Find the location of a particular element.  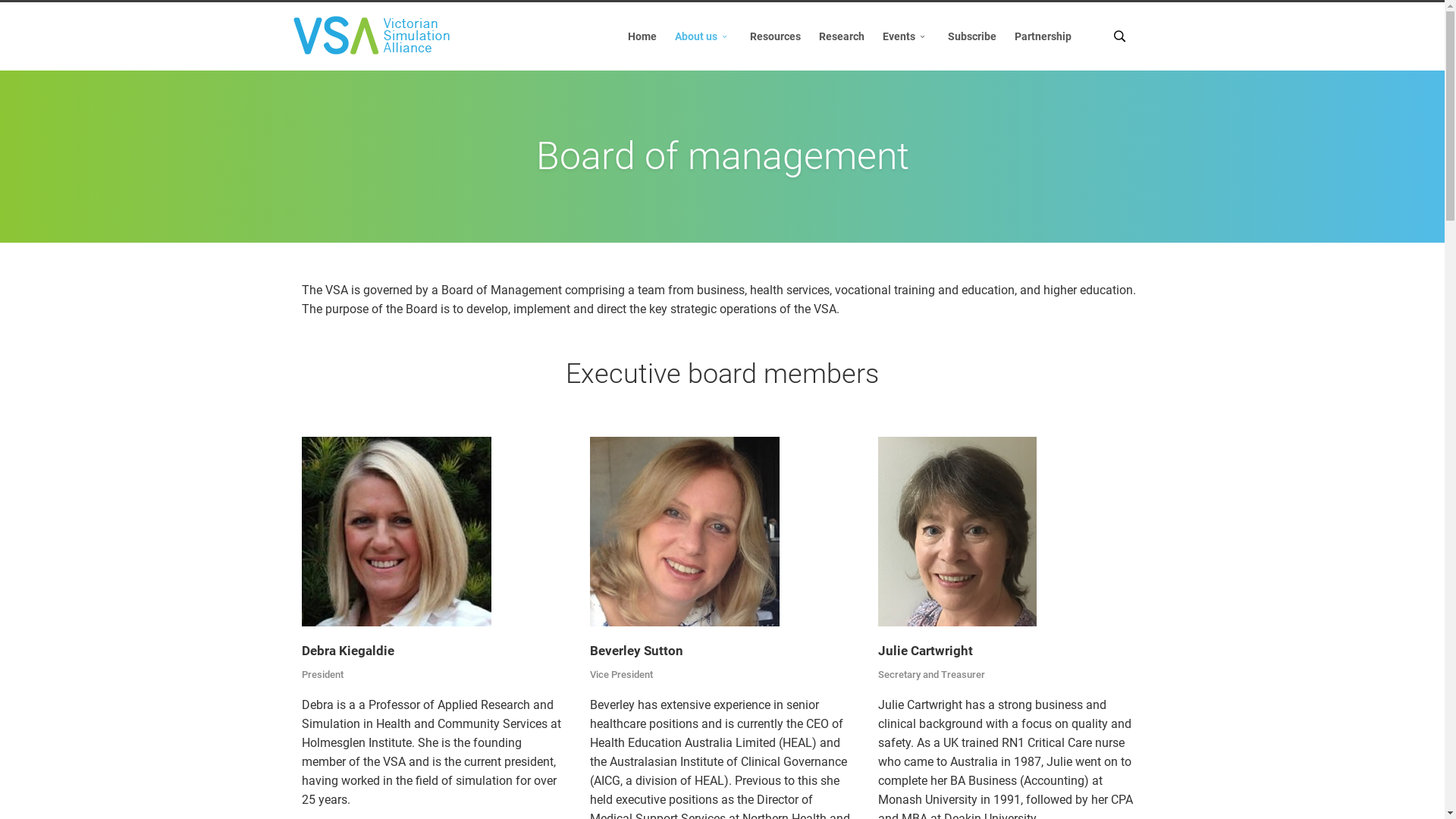

'Resources' is located at coordinates (775, 35).